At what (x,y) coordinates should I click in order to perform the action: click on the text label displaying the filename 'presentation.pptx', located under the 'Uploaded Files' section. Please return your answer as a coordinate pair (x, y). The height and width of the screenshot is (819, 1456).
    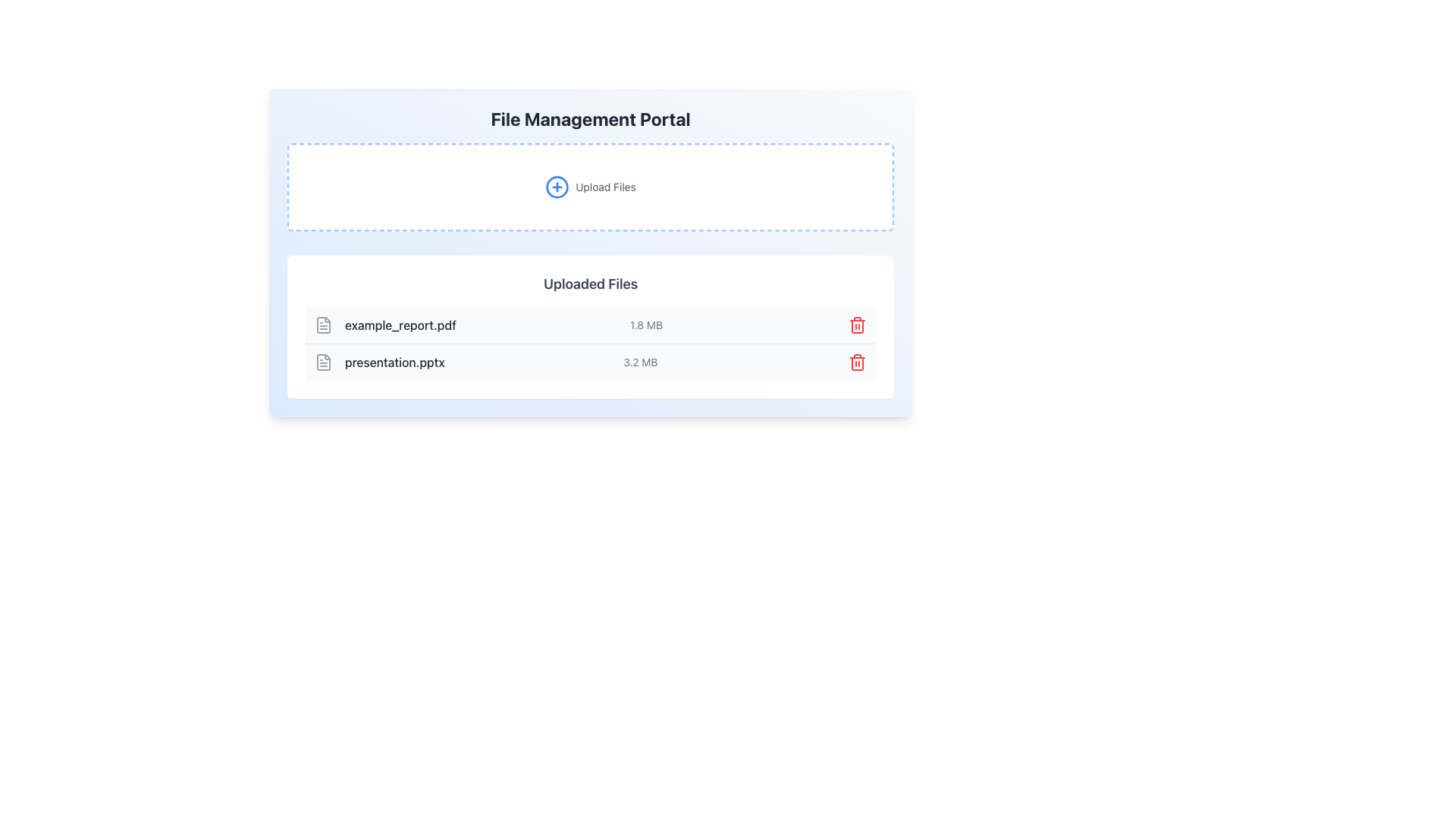
    Looking at the image, I should click on (379, 362).